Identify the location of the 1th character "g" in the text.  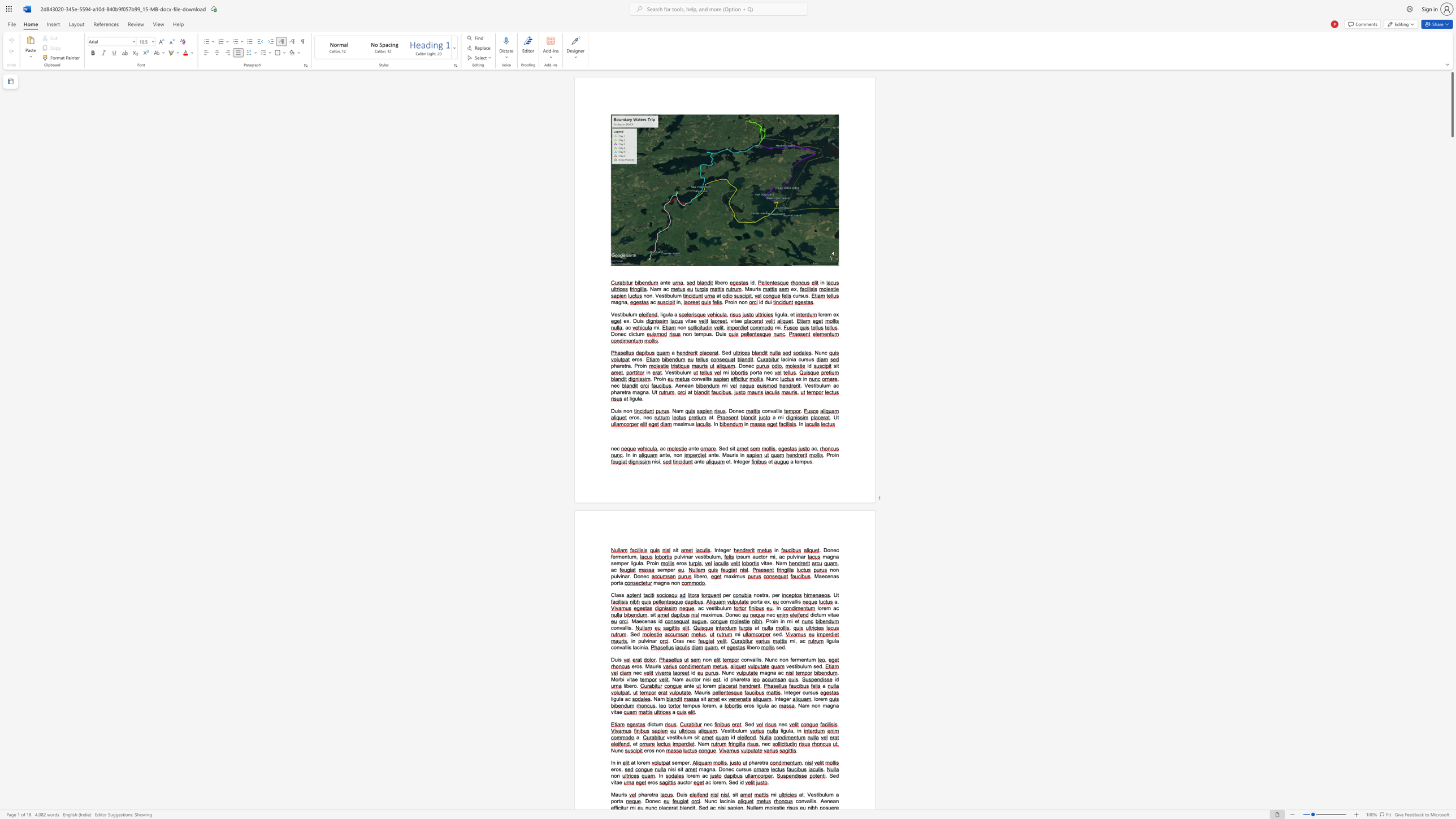
(784, 698).